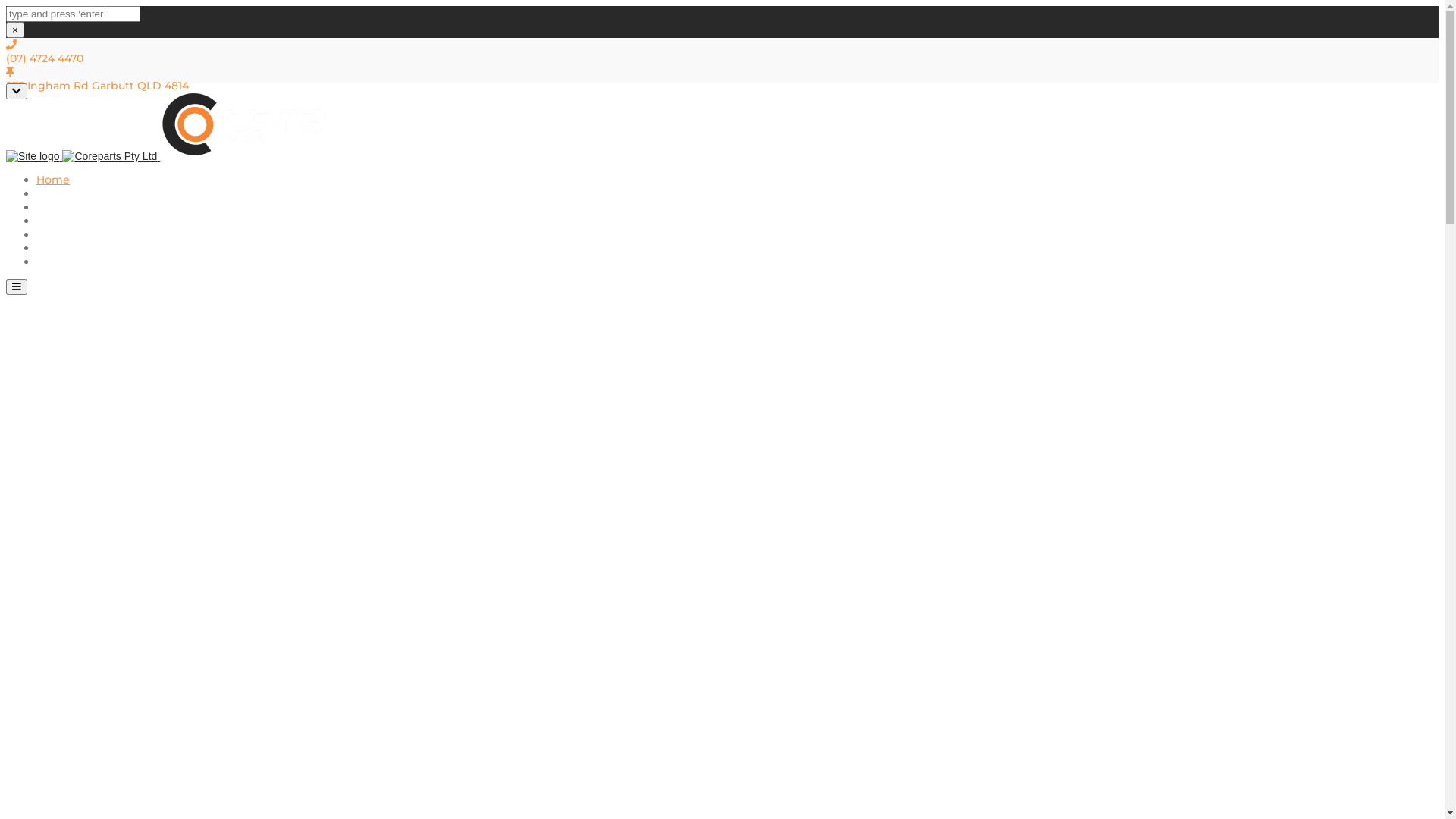 The height and width of the screenshot is (819, 1456). I want to click on 'Close top bar', so click(17, 91).